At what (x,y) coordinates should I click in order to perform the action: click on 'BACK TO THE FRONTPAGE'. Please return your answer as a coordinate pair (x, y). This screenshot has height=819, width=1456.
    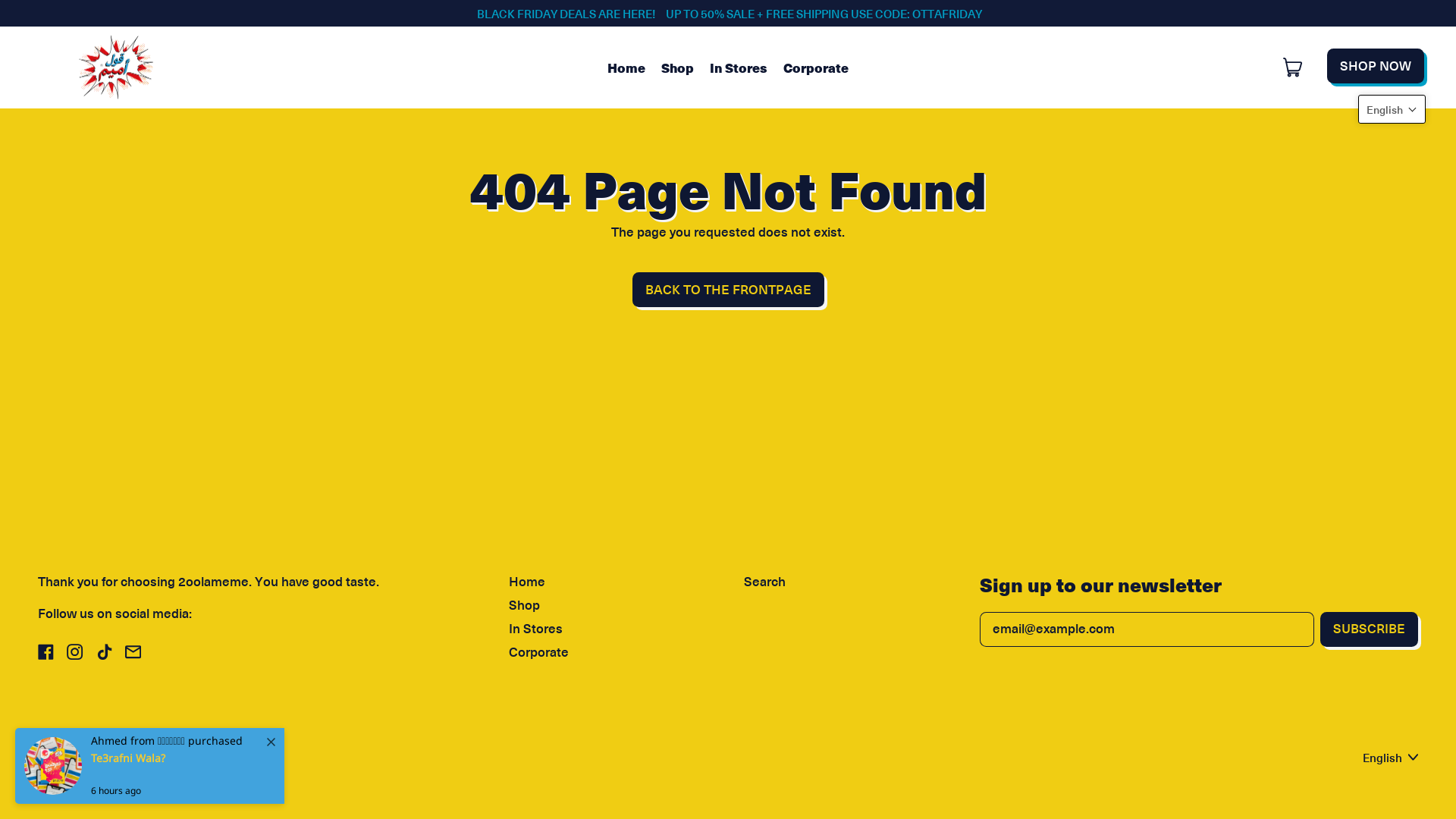
    Looking at the image, I should click on (728, 289).